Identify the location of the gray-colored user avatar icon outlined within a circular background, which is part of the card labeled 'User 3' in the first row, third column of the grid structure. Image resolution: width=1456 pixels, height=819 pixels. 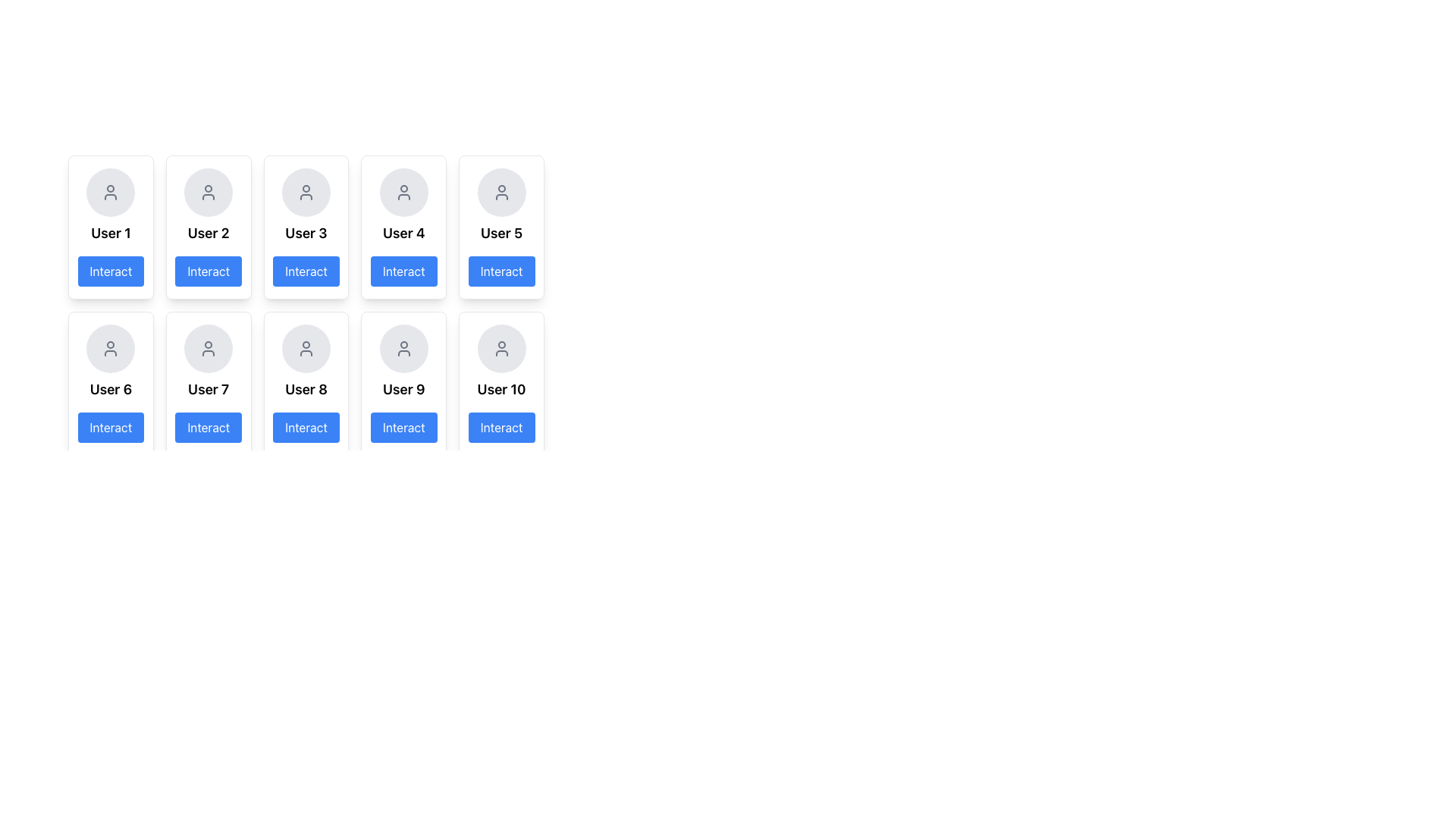
(305, 192).